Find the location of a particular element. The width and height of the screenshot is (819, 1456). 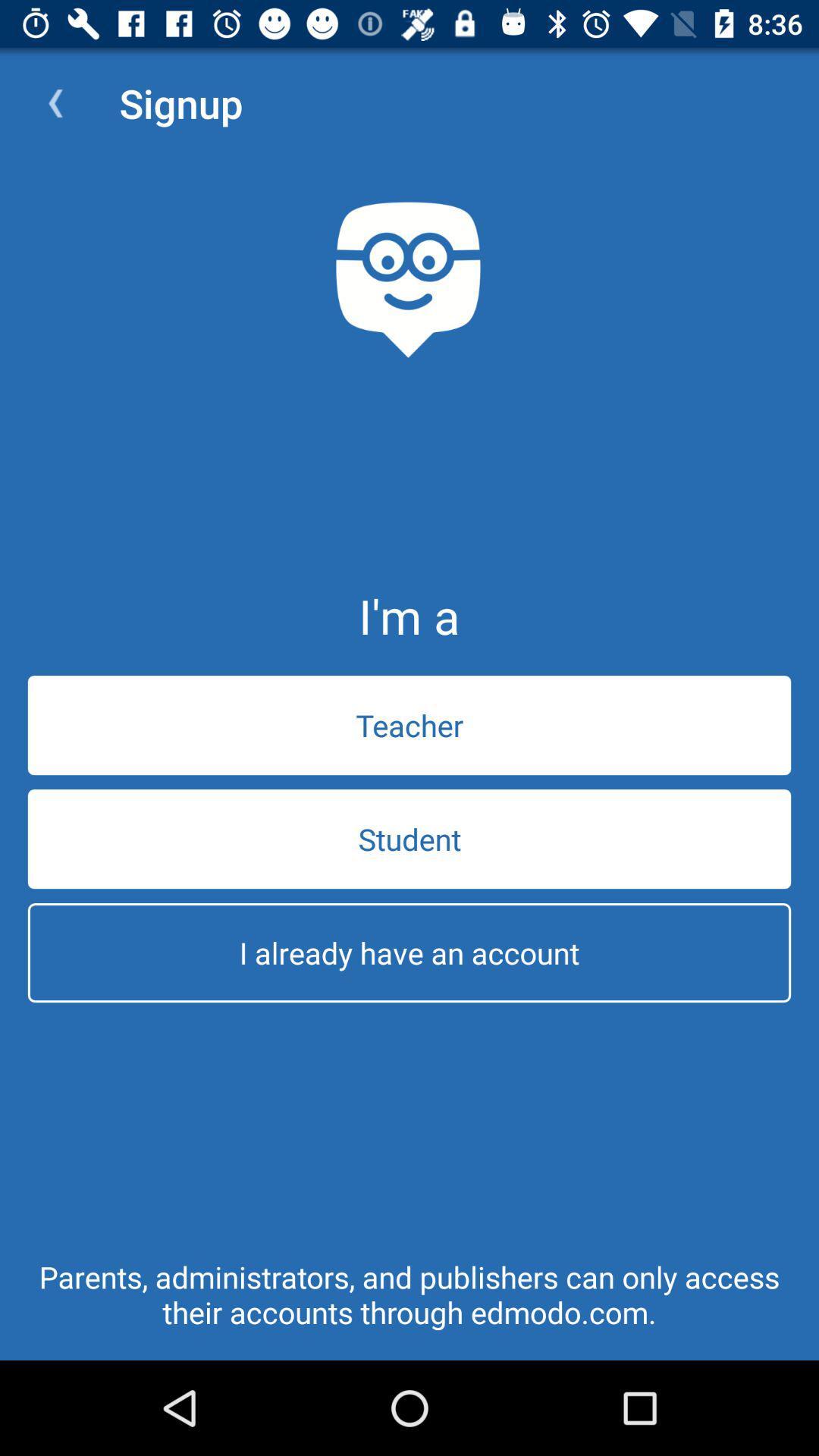

the icon below teacher item is located at coordinates (409, 838).